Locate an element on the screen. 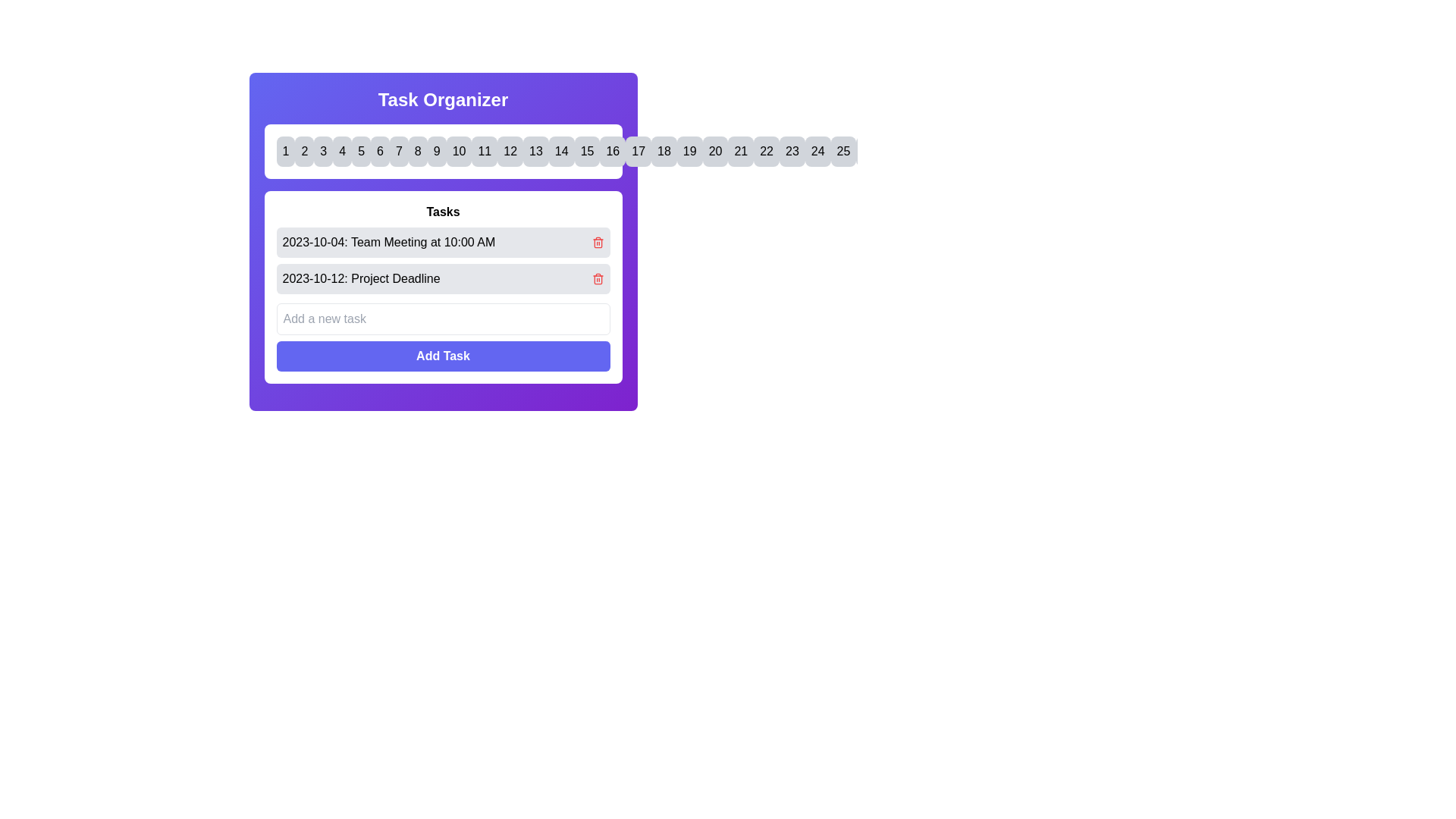  the delete icon button for the task labeled '2023-10-12: Project Deadline.' to trigger hover effects is located at coordinates (597, 278).